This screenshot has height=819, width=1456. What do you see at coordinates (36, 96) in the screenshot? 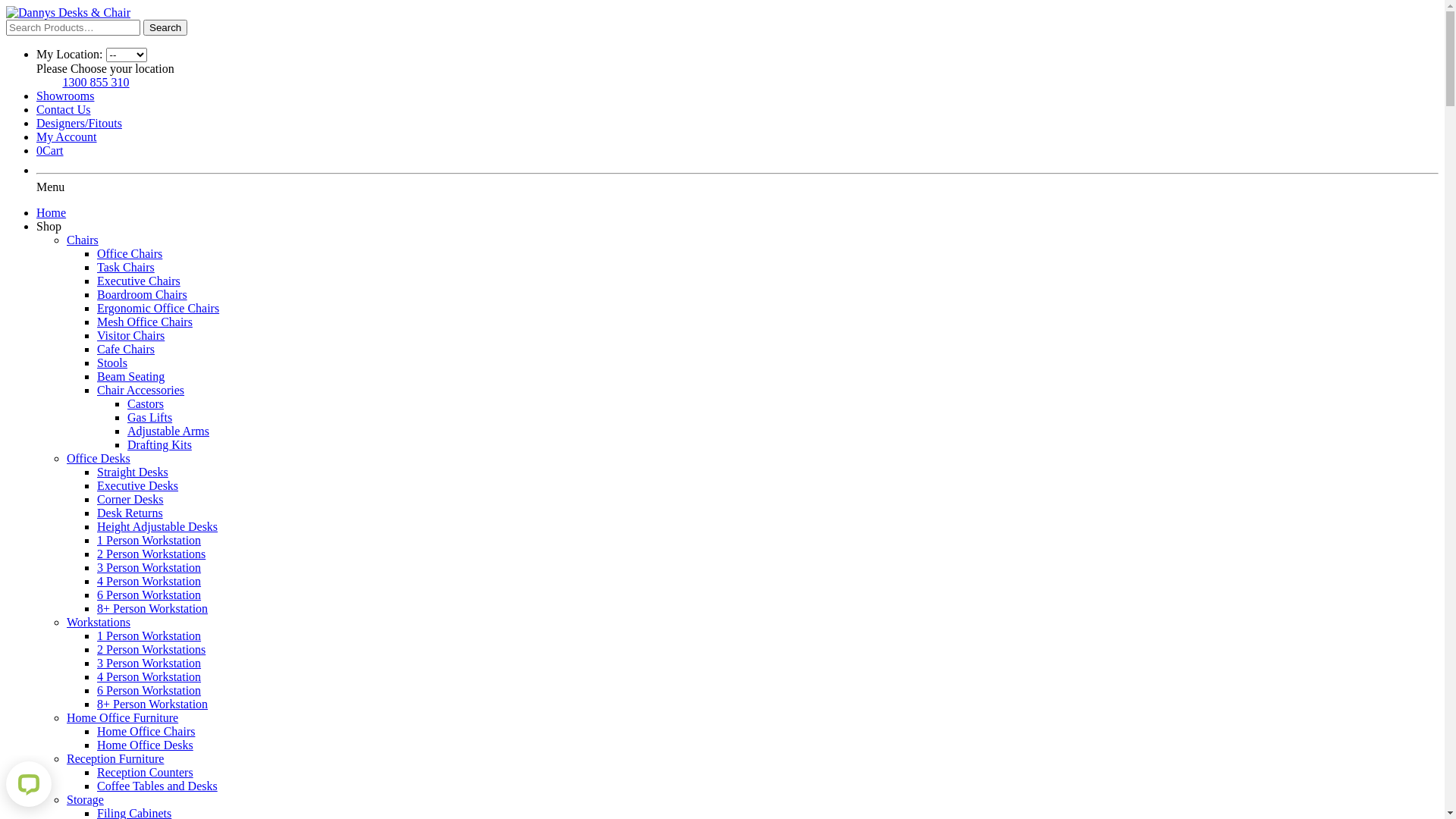
I see `'Showrooms'` at bounding box center [36, 96].